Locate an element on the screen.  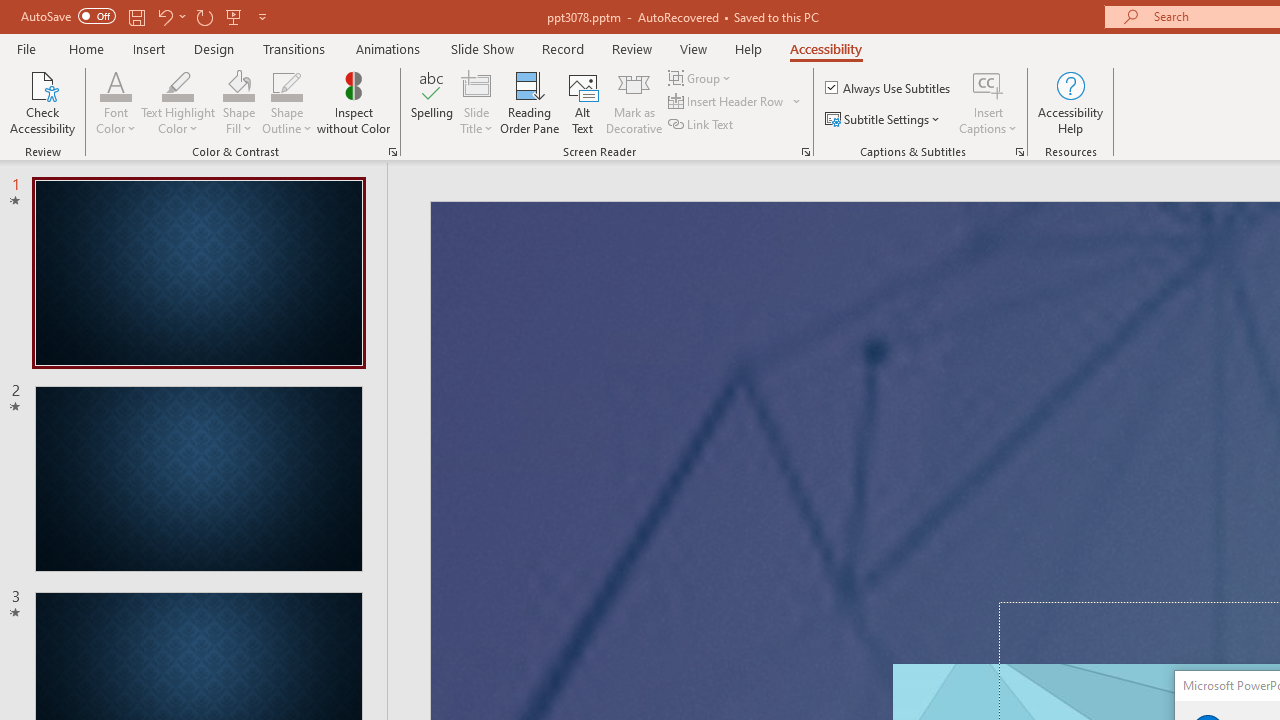
'Insert Header Row' is located at coordinates (735, 101).